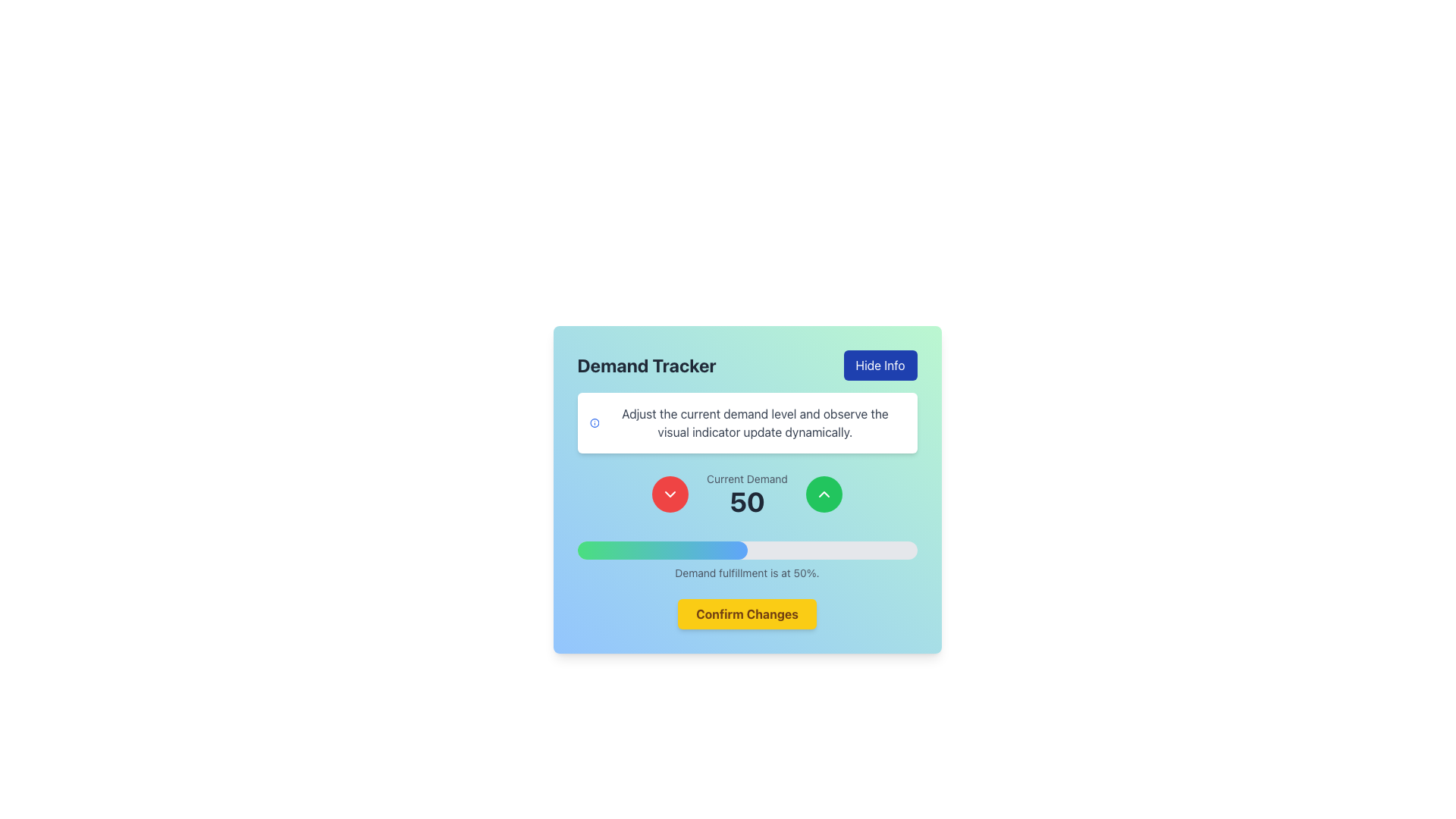 The image size is (1456, 819). What do you see at coordinates (747, 561) in the screenshot?
I see `the horizontal progress bar with a gradient fill representing 50% progress, located above the text label 'Demand fulfillment is at 50%.'` at bounding box center [747, 561].